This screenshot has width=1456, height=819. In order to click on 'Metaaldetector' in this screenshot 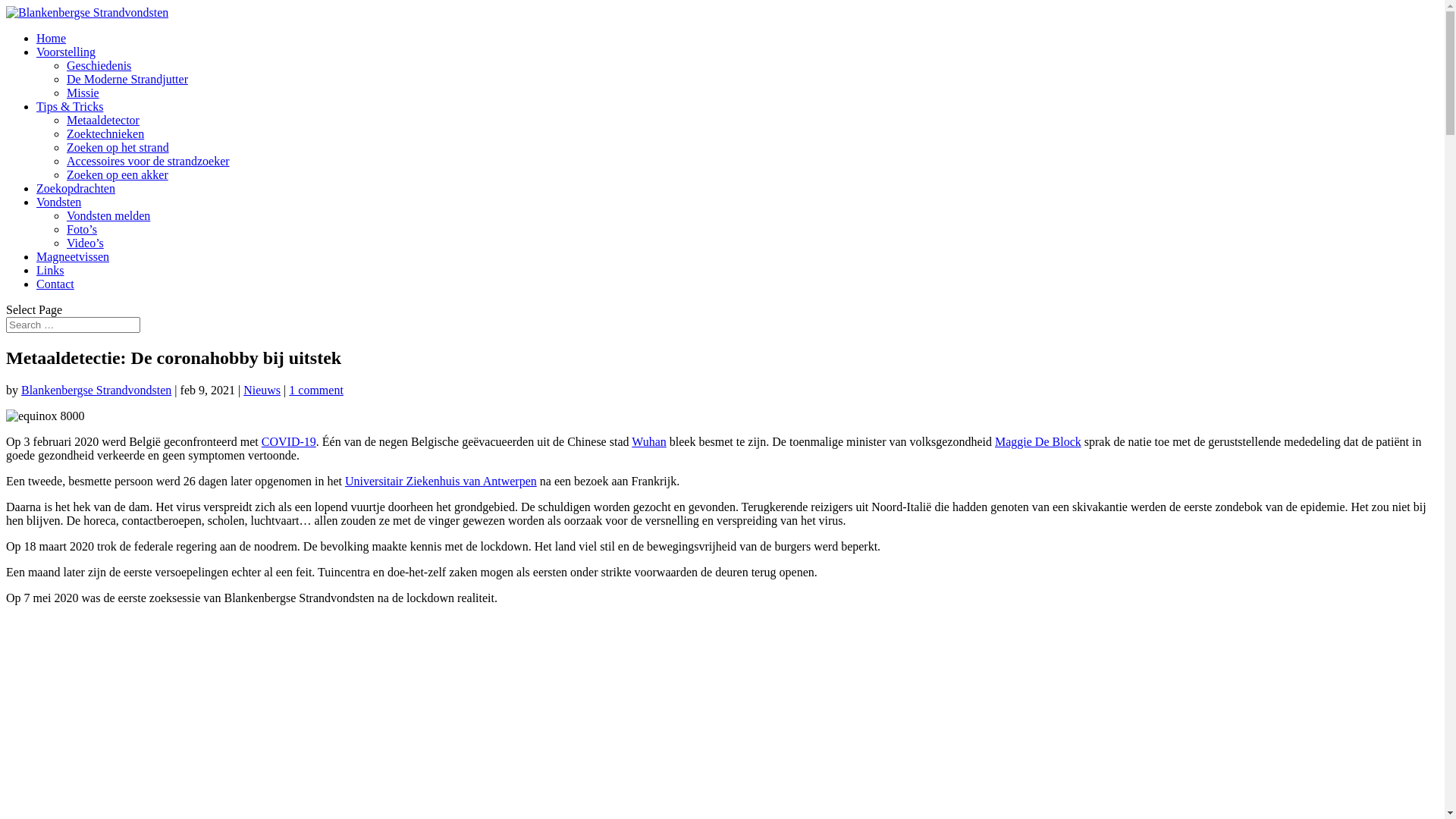, I will do `click(102, 119)`.